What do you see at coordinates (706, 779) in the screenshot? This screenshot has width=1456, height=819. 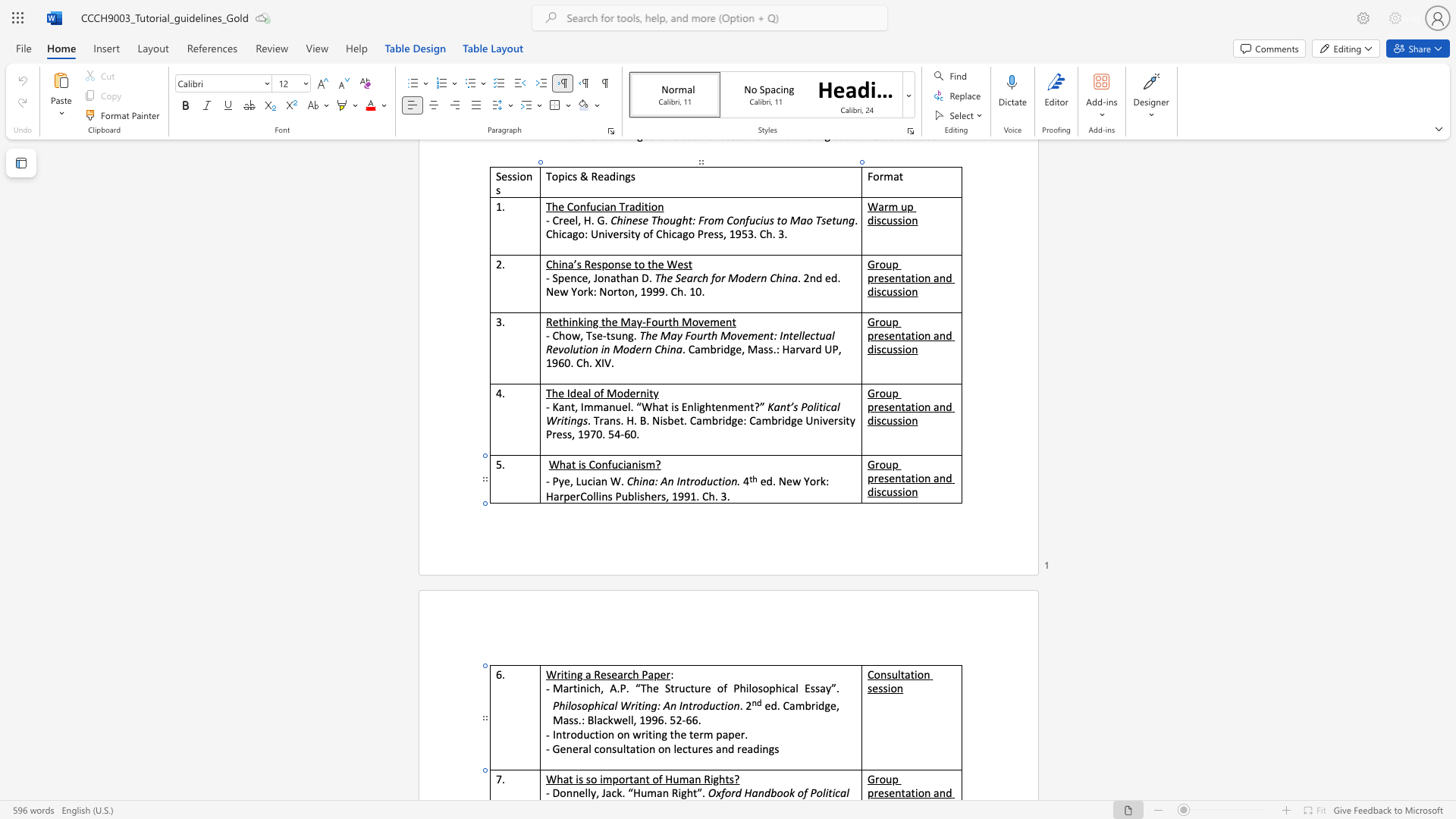 I see `the 1th character "R" in the text` at bounding box center [706, 779].